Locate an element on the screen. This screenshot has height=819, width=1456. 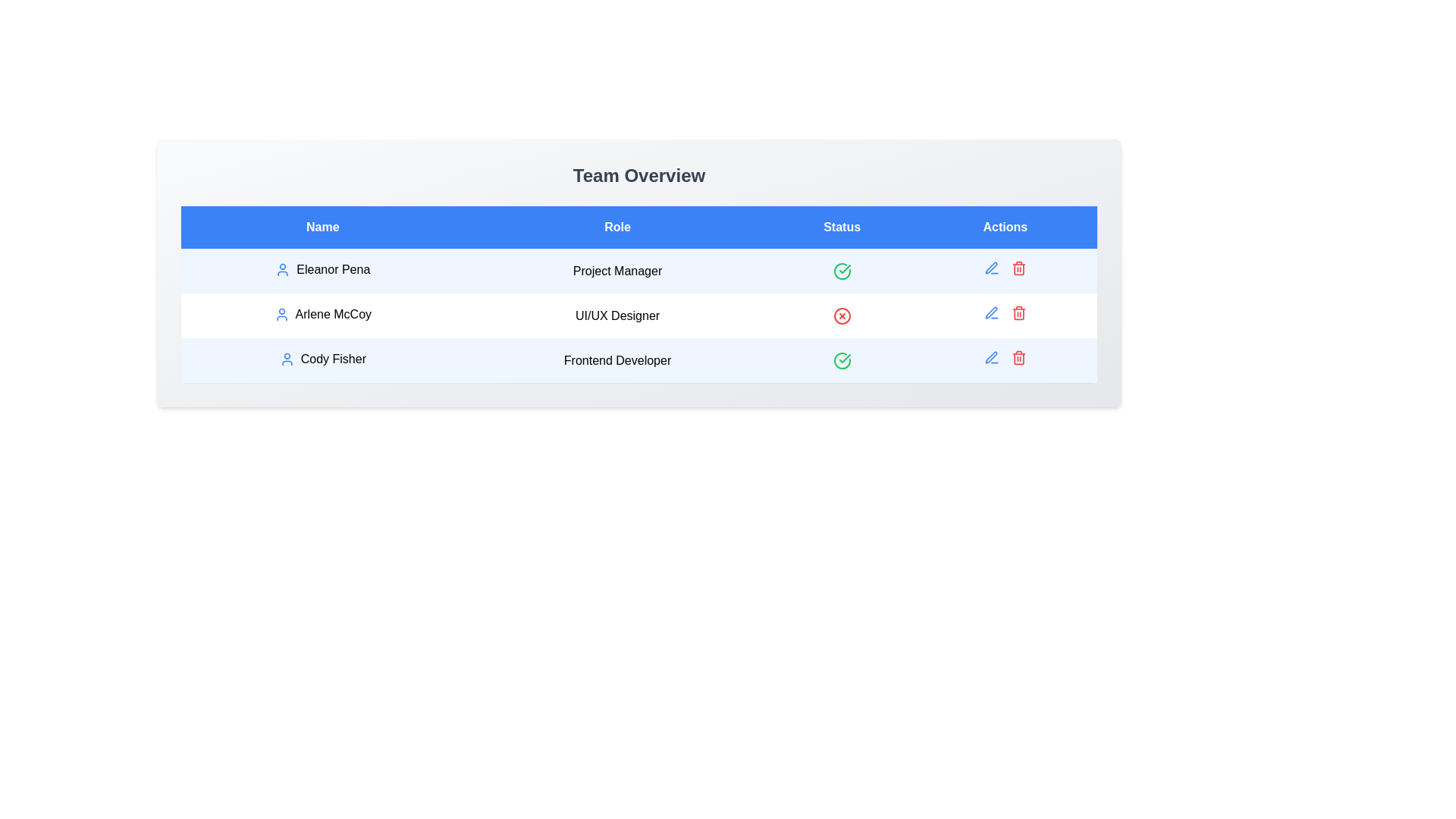
the edit icon in the 'Actions' column of the second row associated with the 'Arlene McCoy' record is located at coordinates (991, 268).